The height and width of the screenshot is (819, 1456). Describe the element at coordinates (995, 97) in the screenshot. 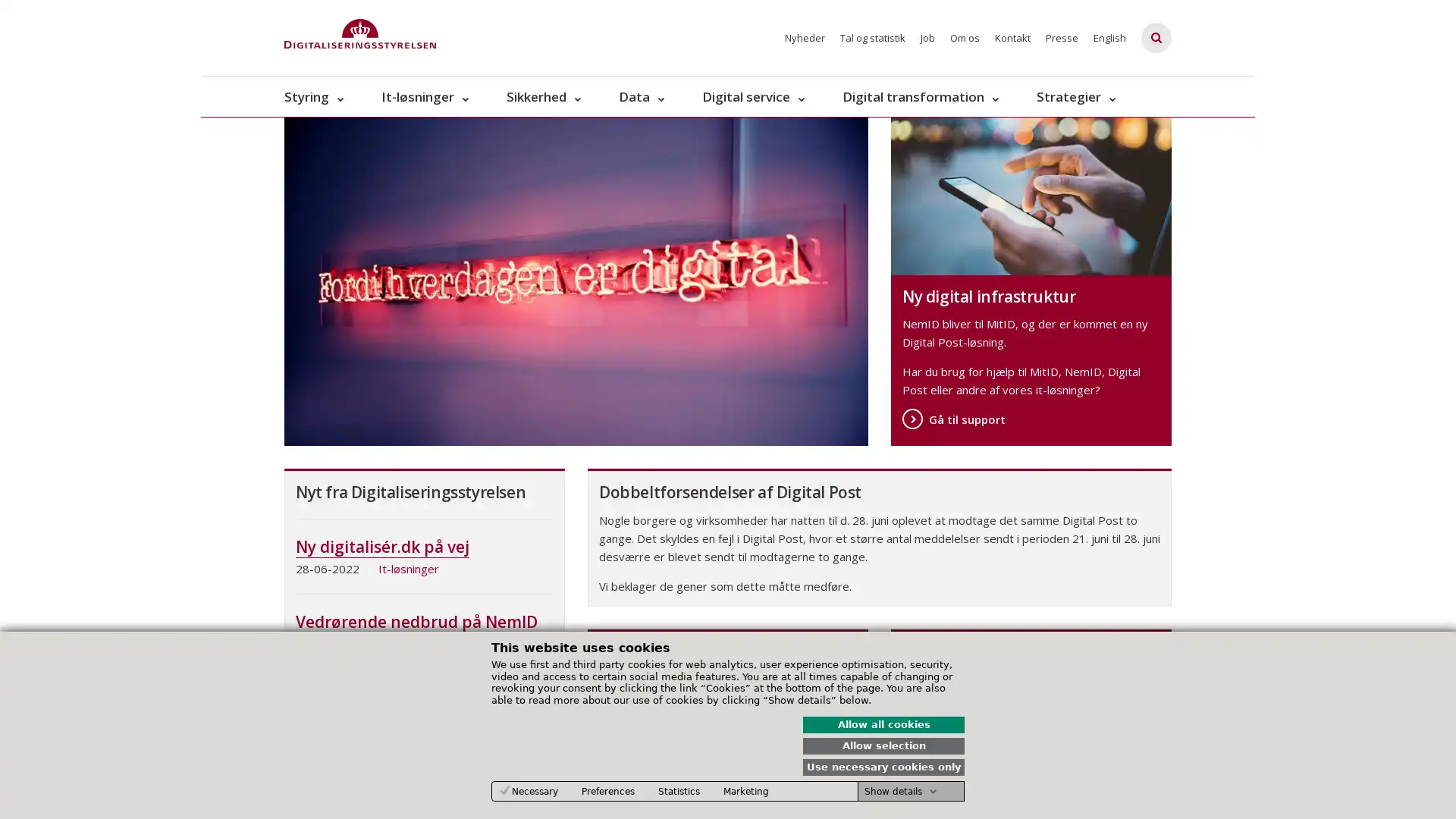

I see `Digital transformation - flere links` at that location.